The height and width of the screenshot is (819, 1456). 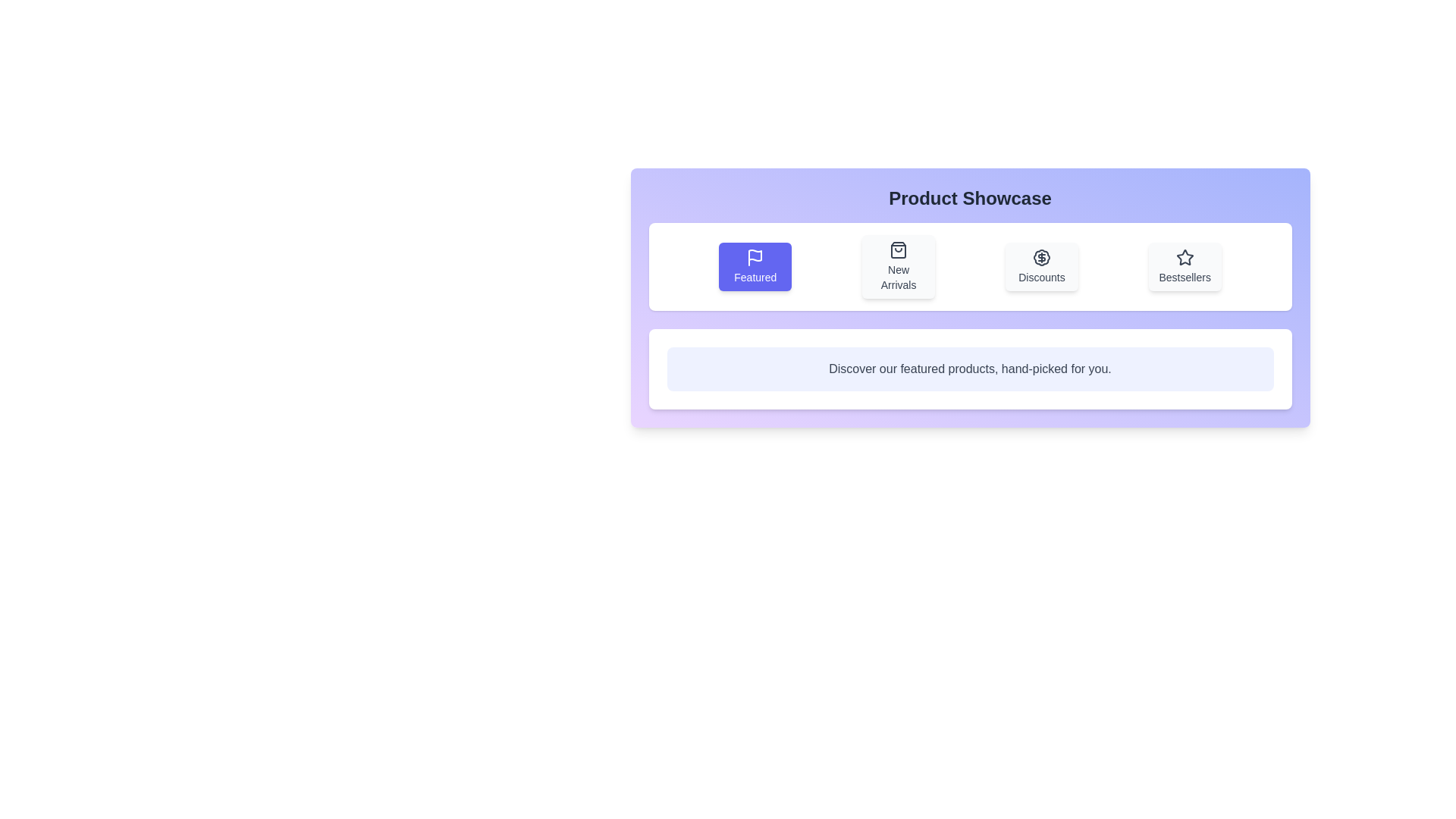 I want to click on the shopping bag icon in the 'New Arrivals' category, so click(x=899, y=249).